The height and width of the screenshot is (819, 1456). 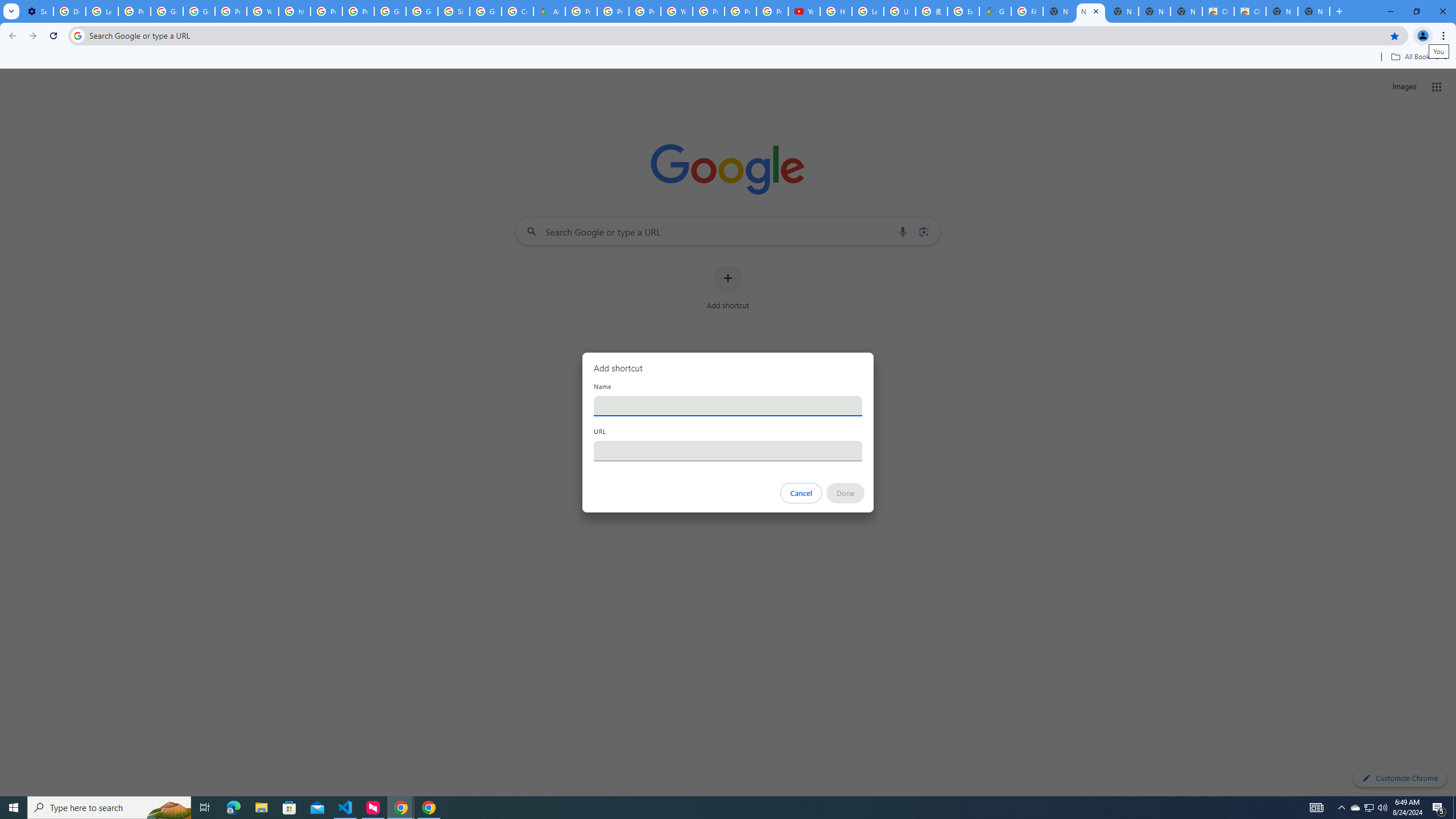 I want to click on 'Privacy Help Center - Policies Help', so click(x=614, y=11).